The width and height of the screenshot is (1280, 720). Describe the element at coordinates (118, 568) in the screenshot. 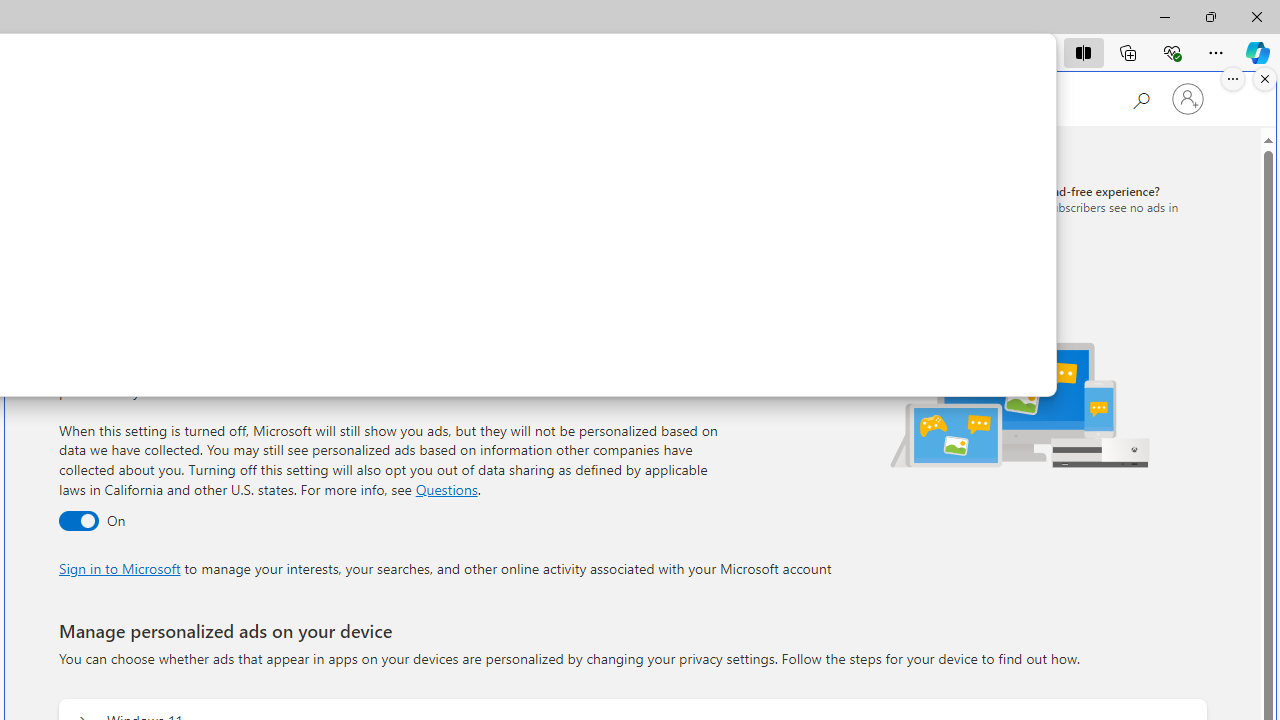

I see `'Sign in to Microsoft'` at that location.